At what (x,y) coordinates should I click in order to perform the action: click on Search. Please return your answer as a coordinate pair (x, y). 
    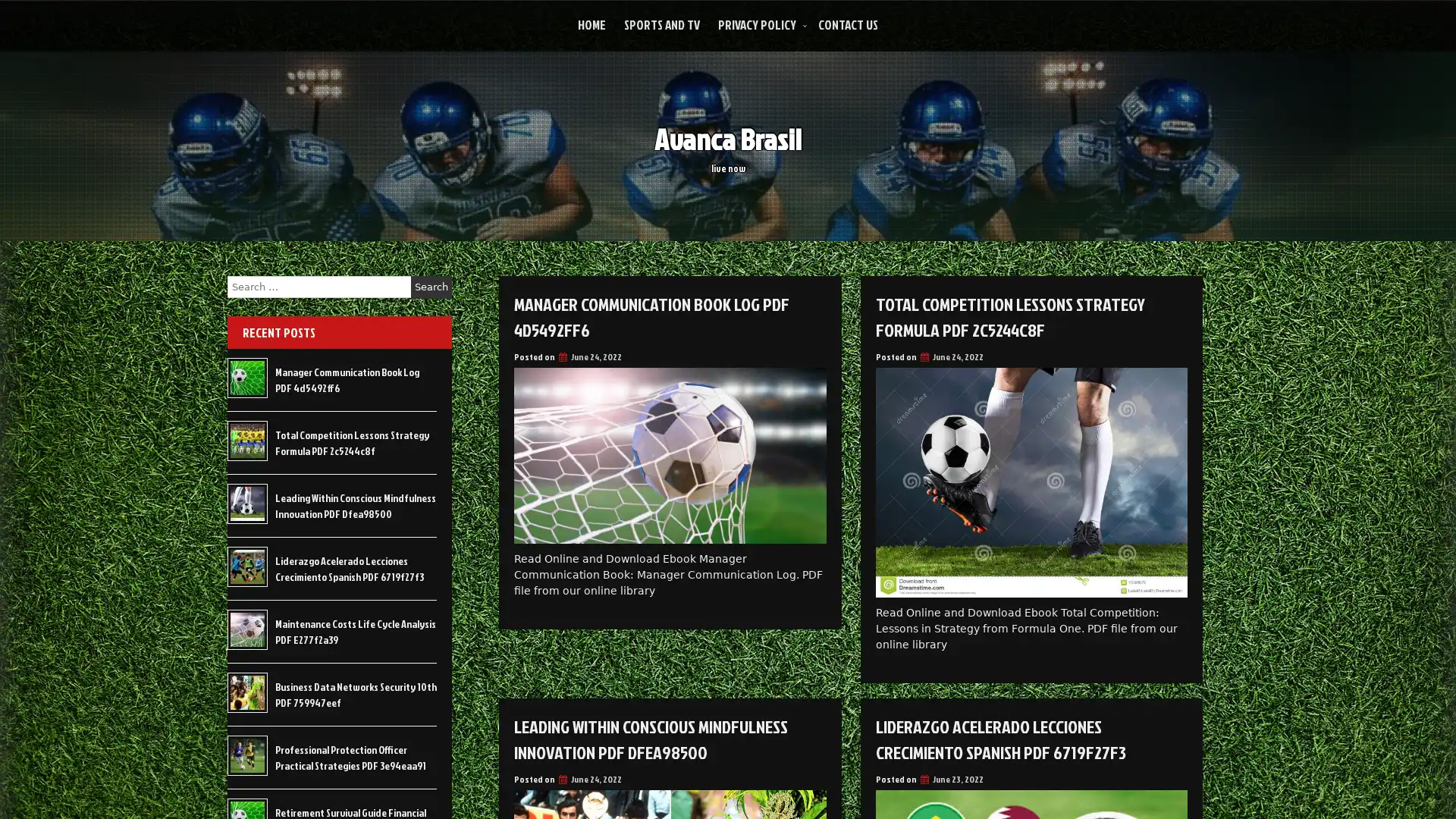
    Looking at the image, I should click on (431, 287).